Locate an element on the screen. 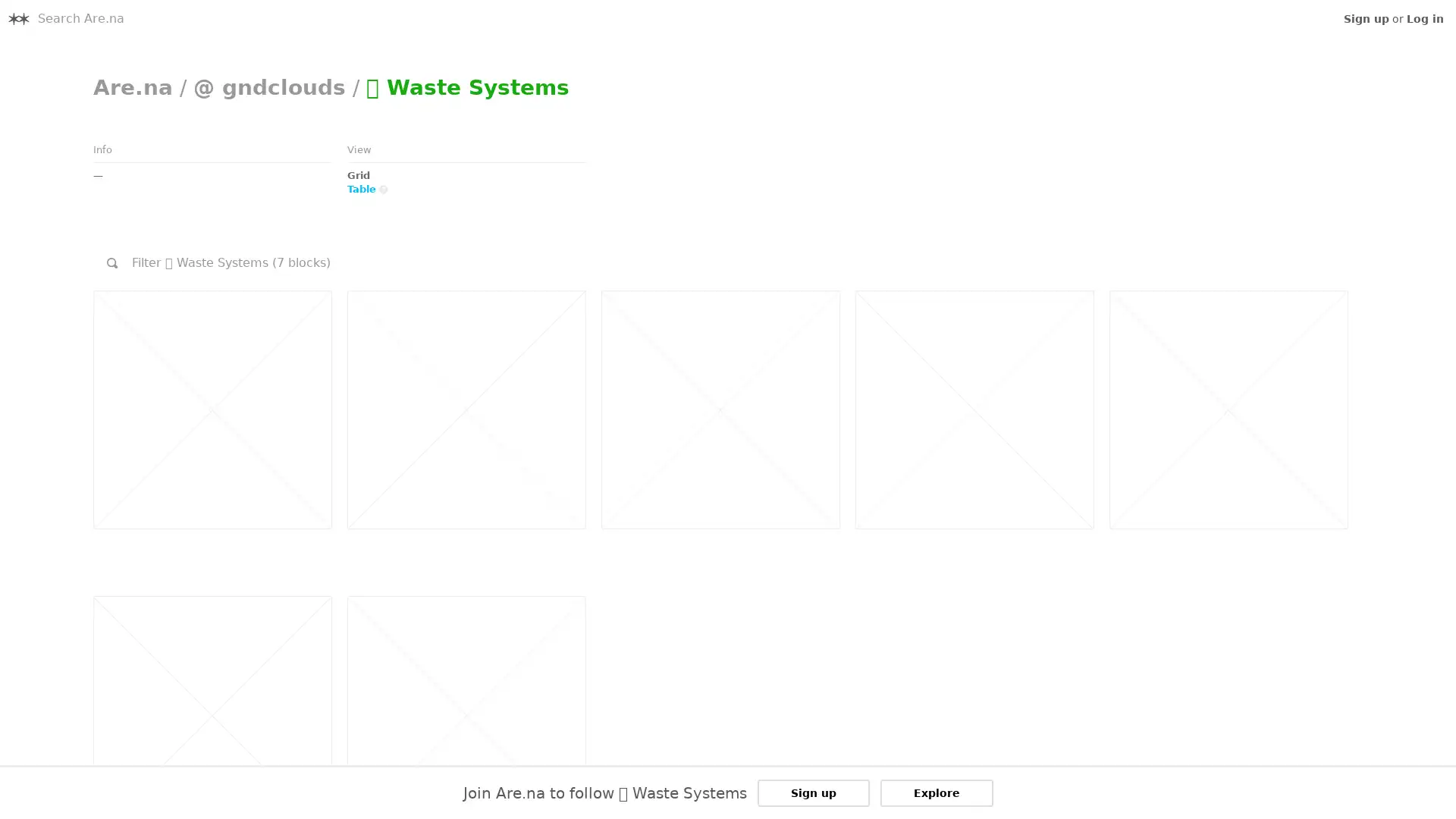  Link to Link: The Swedish recycling revolution is located at coordinates (1228, 409).